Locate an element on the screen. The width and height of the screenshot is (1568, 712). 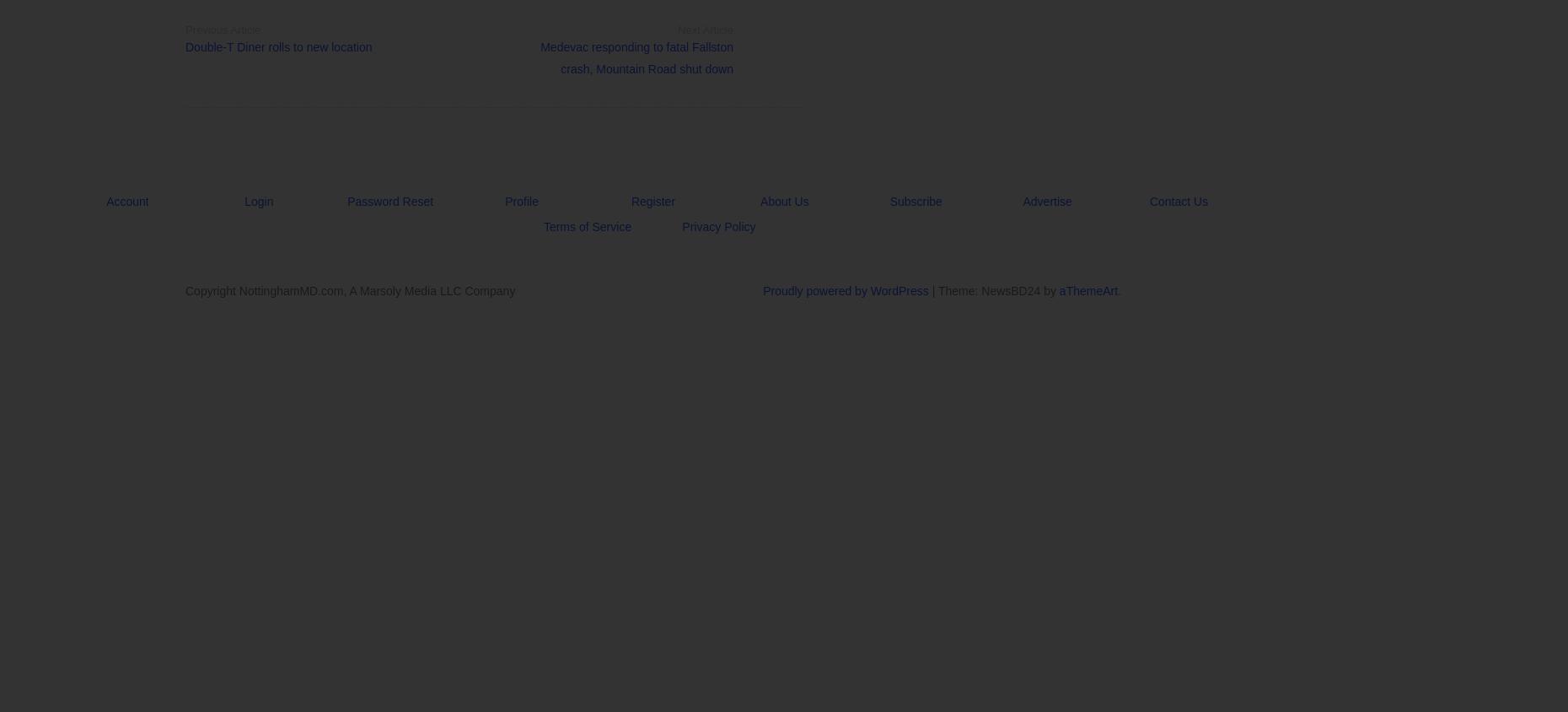
'Contact Us' is located at coordinates (1177, 201).